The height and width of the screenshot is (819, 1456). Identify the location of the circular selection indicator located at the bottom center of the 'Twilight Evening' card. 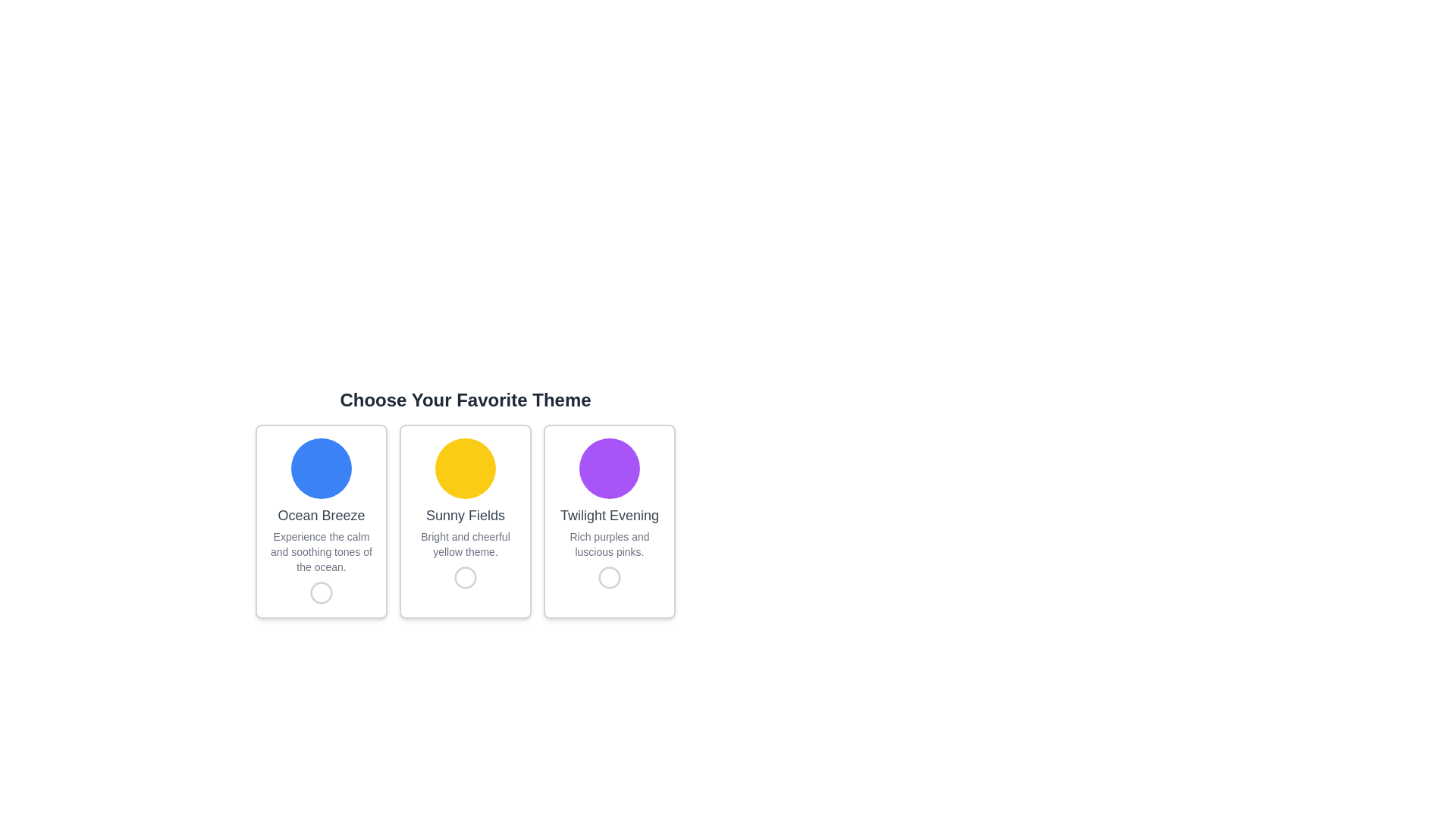
(610, 578).